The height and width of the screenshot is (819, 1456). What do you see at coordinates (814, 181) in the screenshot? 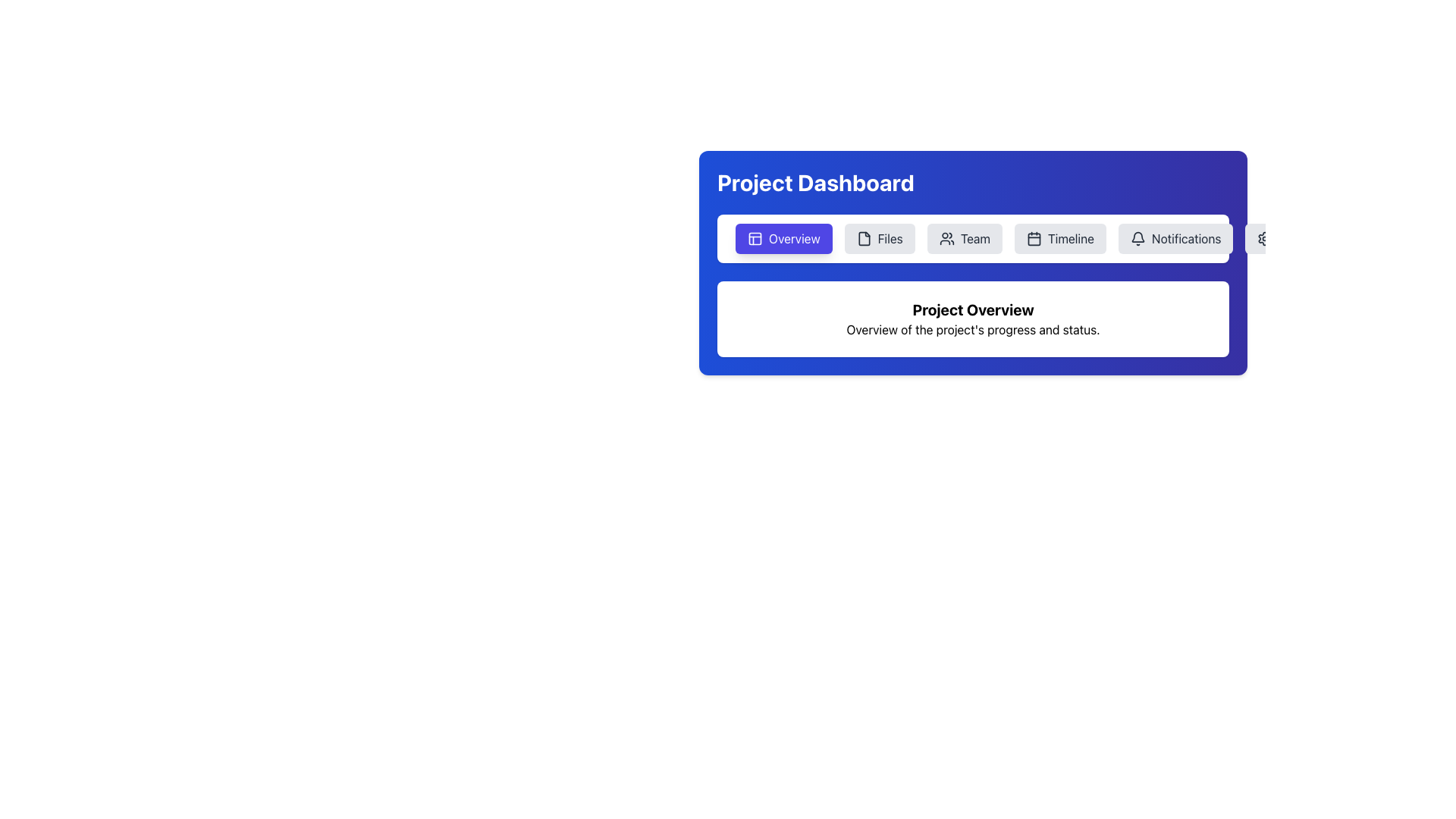
I see `the 'Project Dashboard' text header, which is styled in bold white font against a gradient blue background, located at the top-left of the navigation header in the dashboard` at bounding box center [814, 181].